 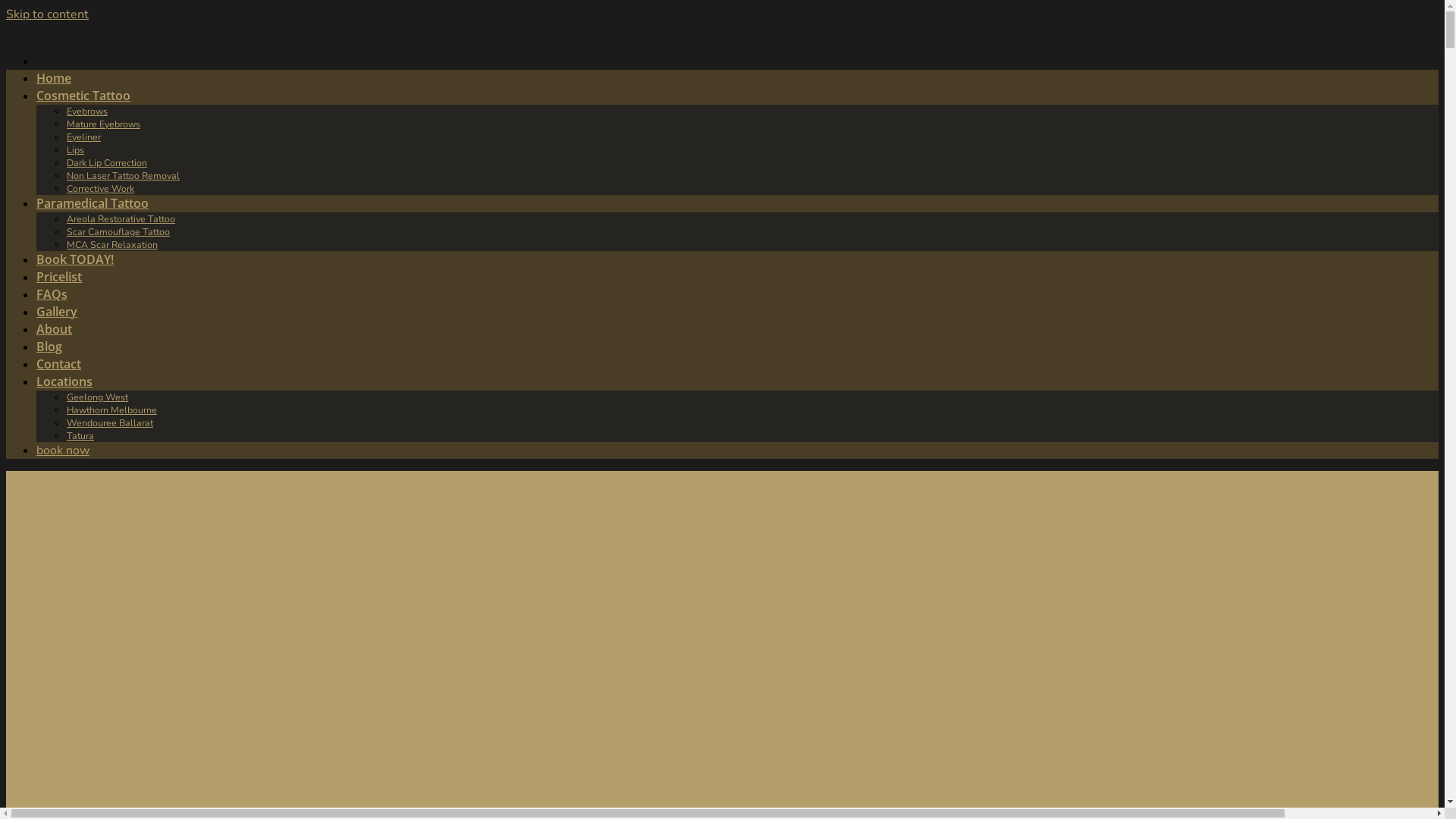 What do you see at coordinates (36, 450) in the screenshot?
I see `'book now'` at bounding box center [36, 450].